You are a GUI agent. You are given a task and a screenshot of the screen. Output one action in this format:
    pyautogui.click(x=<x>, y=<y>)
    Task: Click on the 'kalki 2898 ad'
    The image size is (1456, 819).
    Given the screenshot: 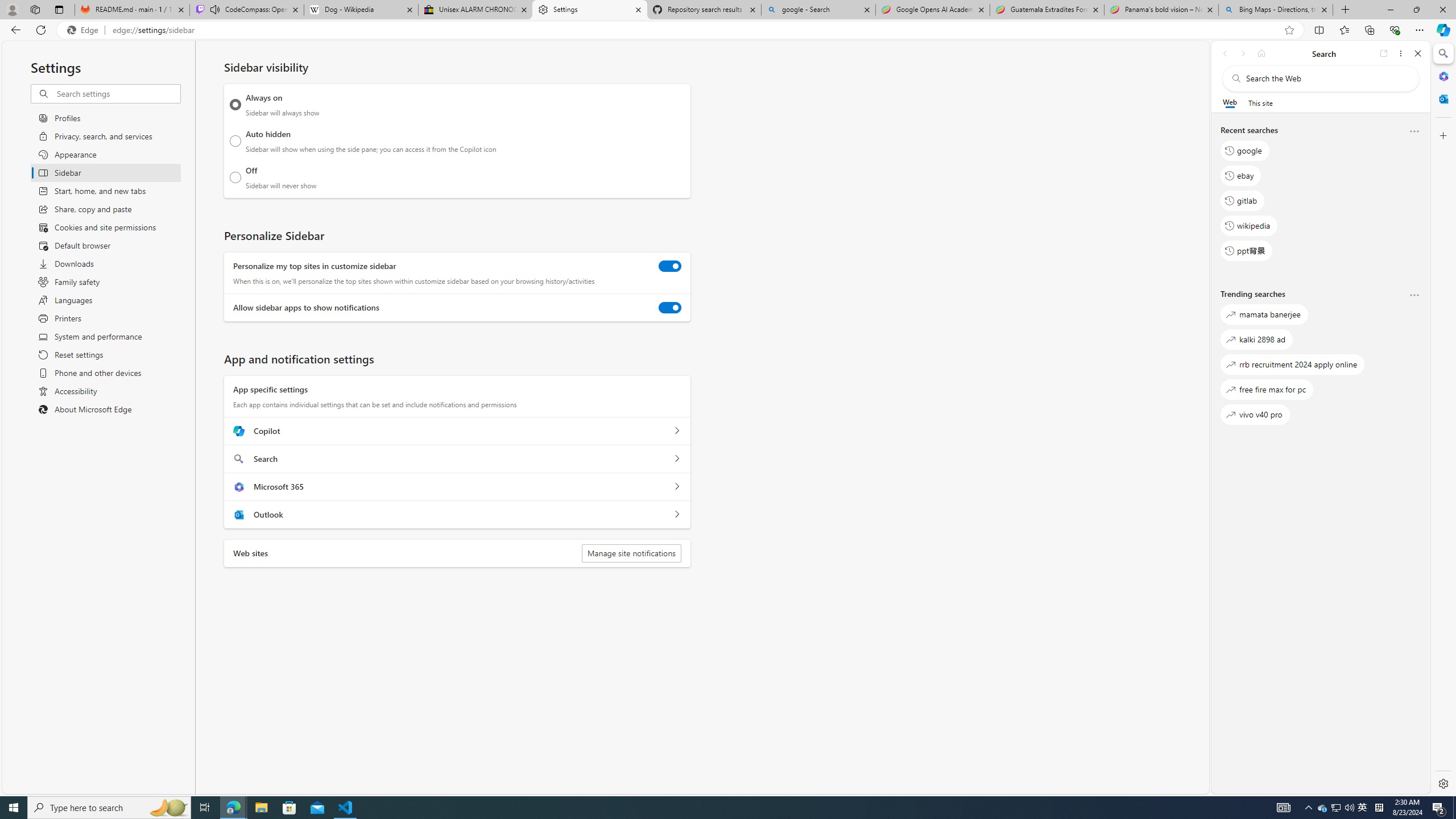 What is the action you would take?
    pyautogui.click(x=1256, y=338)
    